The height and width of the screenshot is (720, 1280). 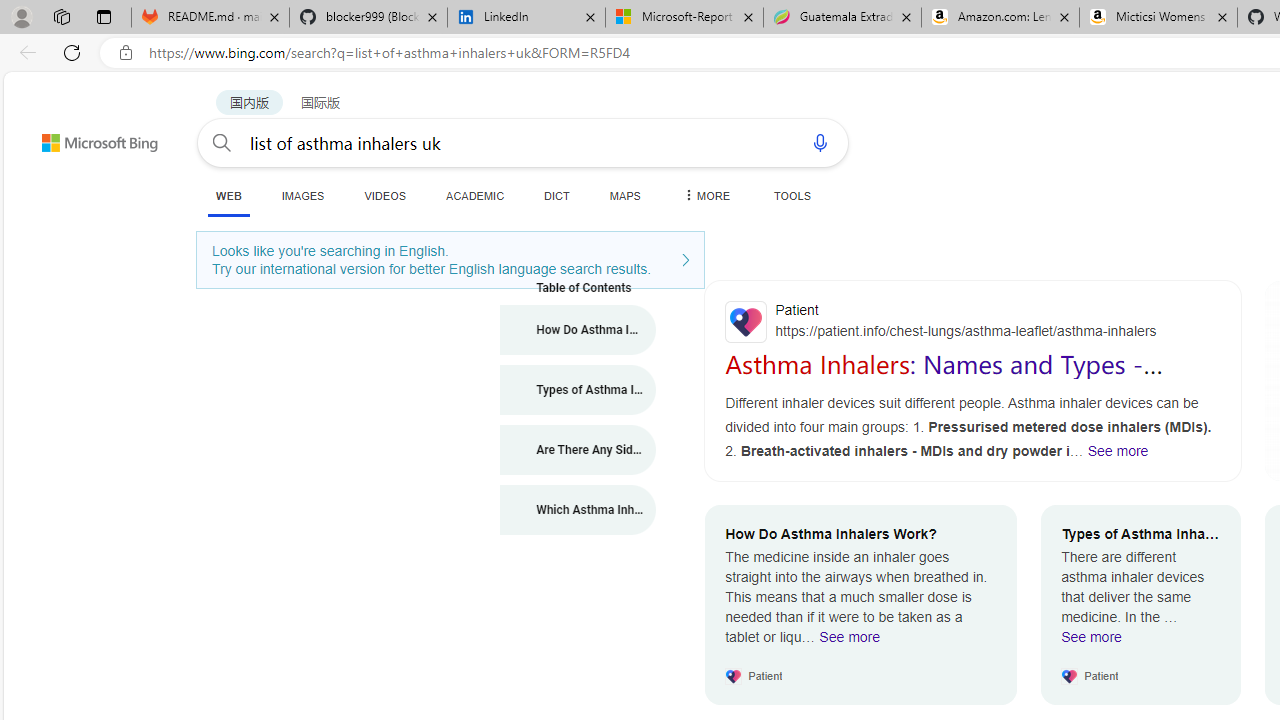 What do you see at coordinates (526, 17) in the screenshot?
I see `'LinkedIn'` at bounding box center [526, 17].